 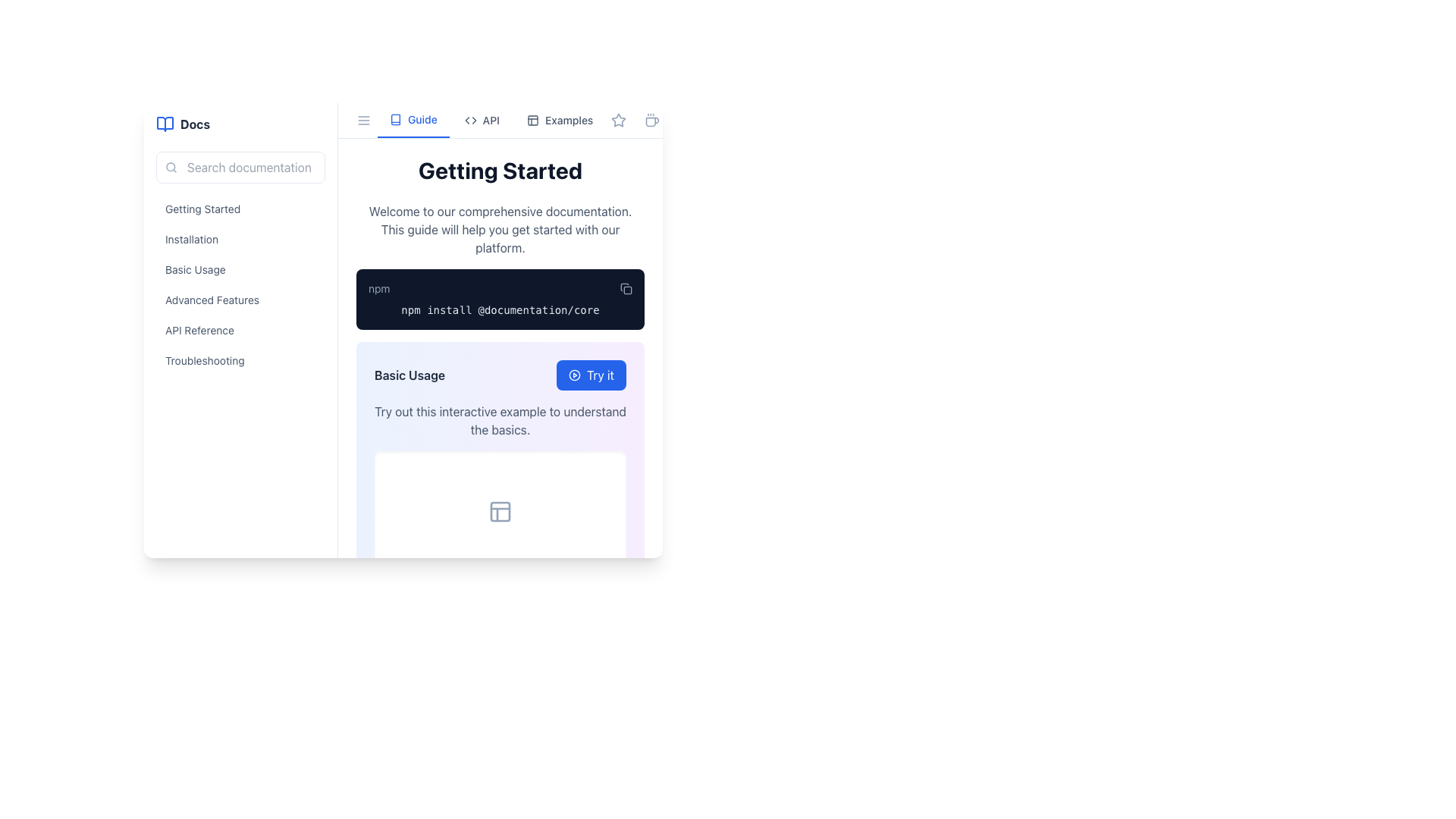 I want to click on the 'Examples' button in the horizontal navigation bar, so click(x=559, y=119).